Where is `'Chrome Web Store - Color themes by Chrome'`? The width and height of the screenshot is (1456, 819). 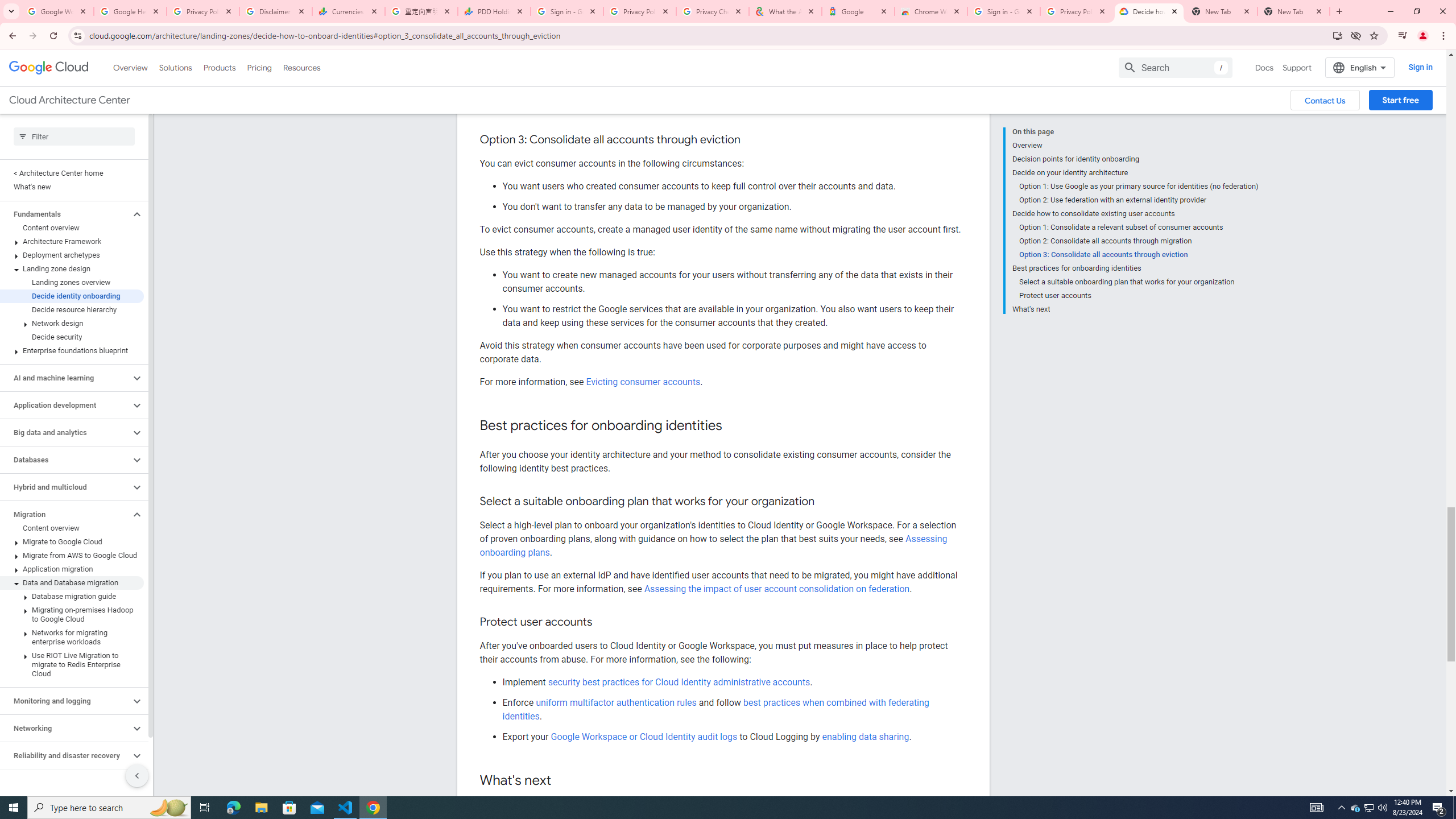 'Chrome Web Store - Color themes by Chrome' is located at coordinates (930, 11).